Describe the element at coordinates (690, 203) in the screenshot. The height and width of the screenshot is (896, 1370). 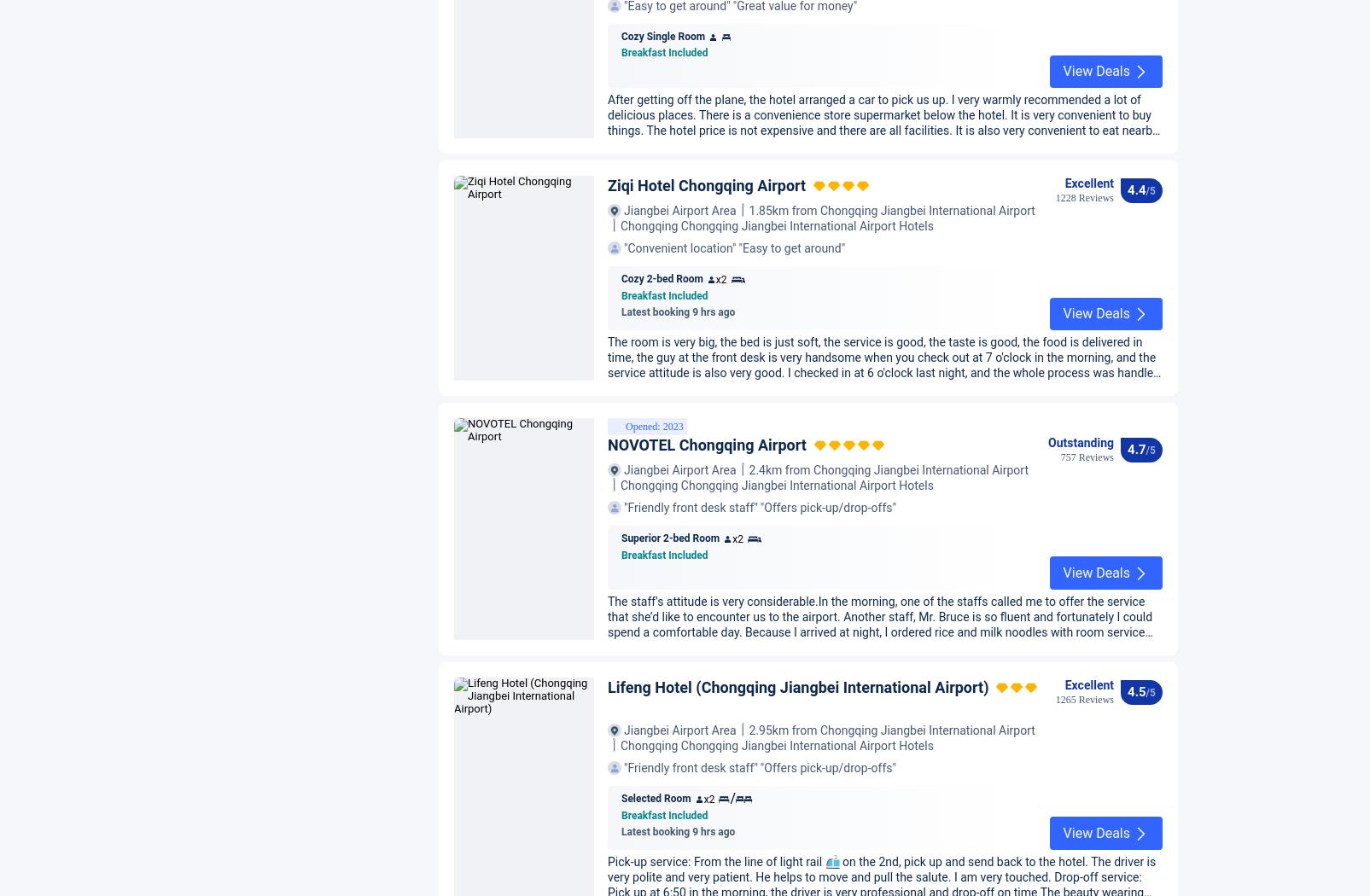
I see `'Friendly front desk staff'` at that location.